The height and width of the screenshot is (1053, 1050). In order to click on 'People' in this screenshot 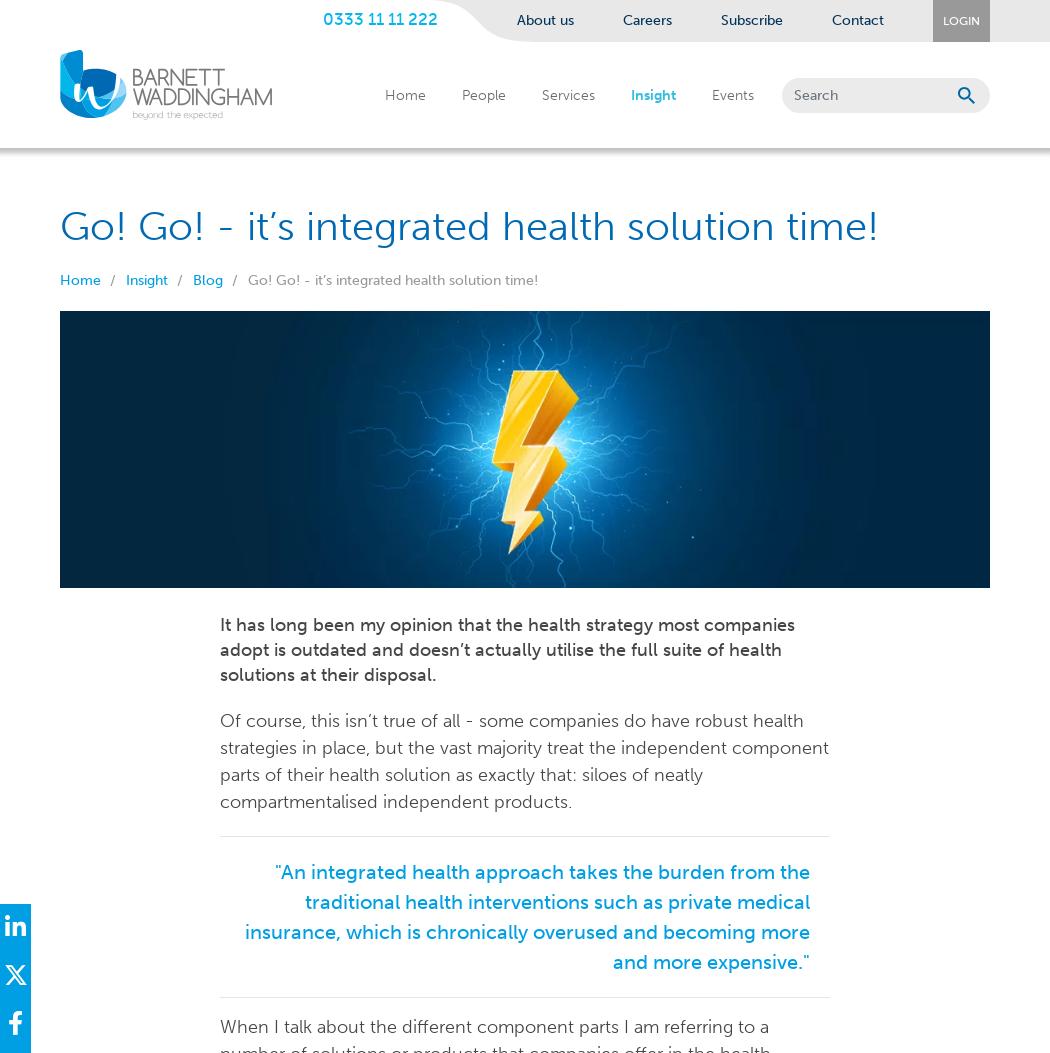, I will do `click(484, 93)`.